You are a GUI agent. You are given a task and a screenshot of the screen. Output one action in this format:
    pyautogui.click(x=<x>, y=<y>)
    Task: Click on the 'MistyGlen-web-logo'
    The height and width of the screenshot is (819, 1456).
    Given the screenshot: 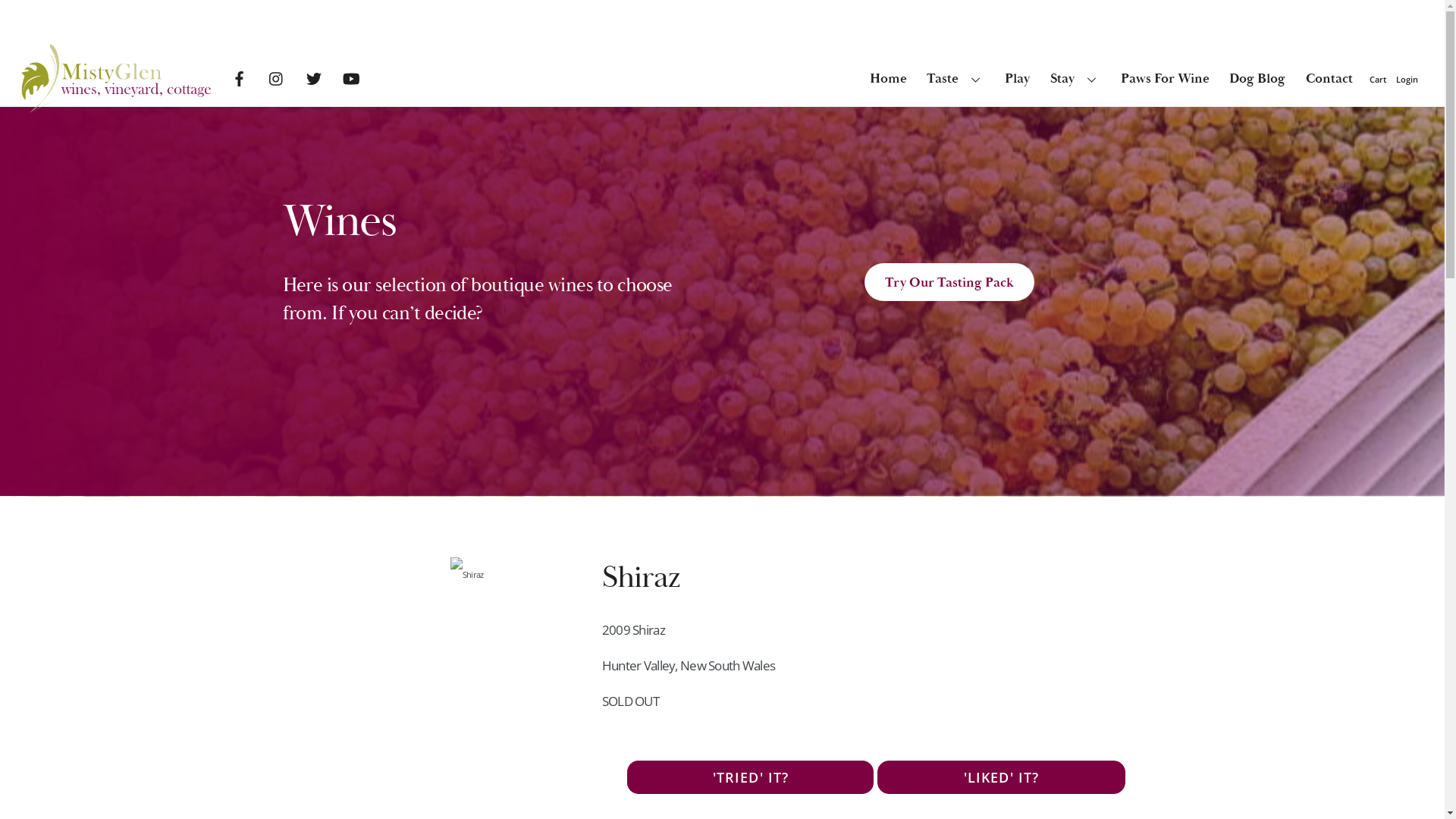 What is the action you would take?
    pyautogui.click(x=21, y=78)
    